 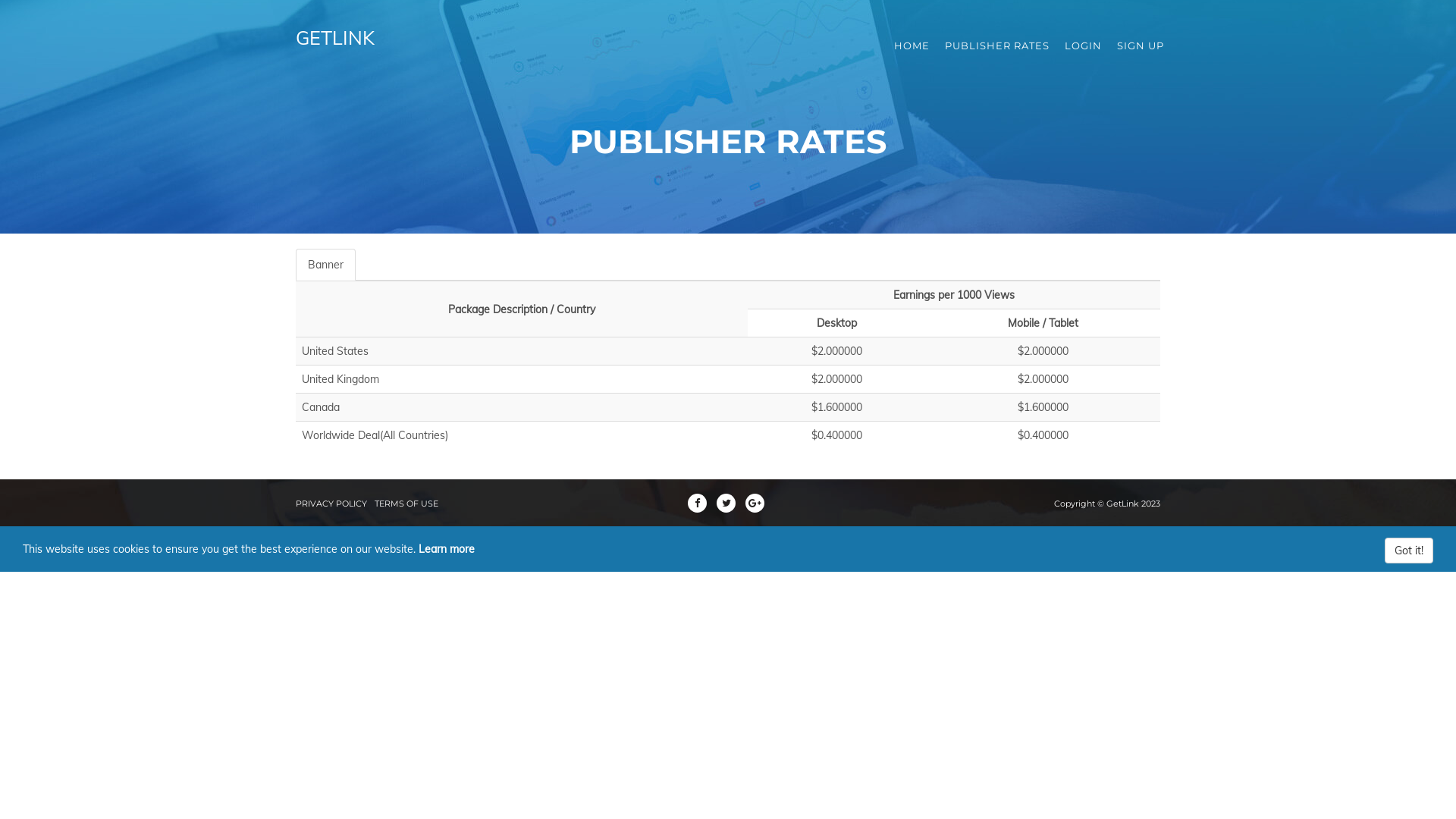 I want to click on 'LOGIN', so click(x=1082, y=45).